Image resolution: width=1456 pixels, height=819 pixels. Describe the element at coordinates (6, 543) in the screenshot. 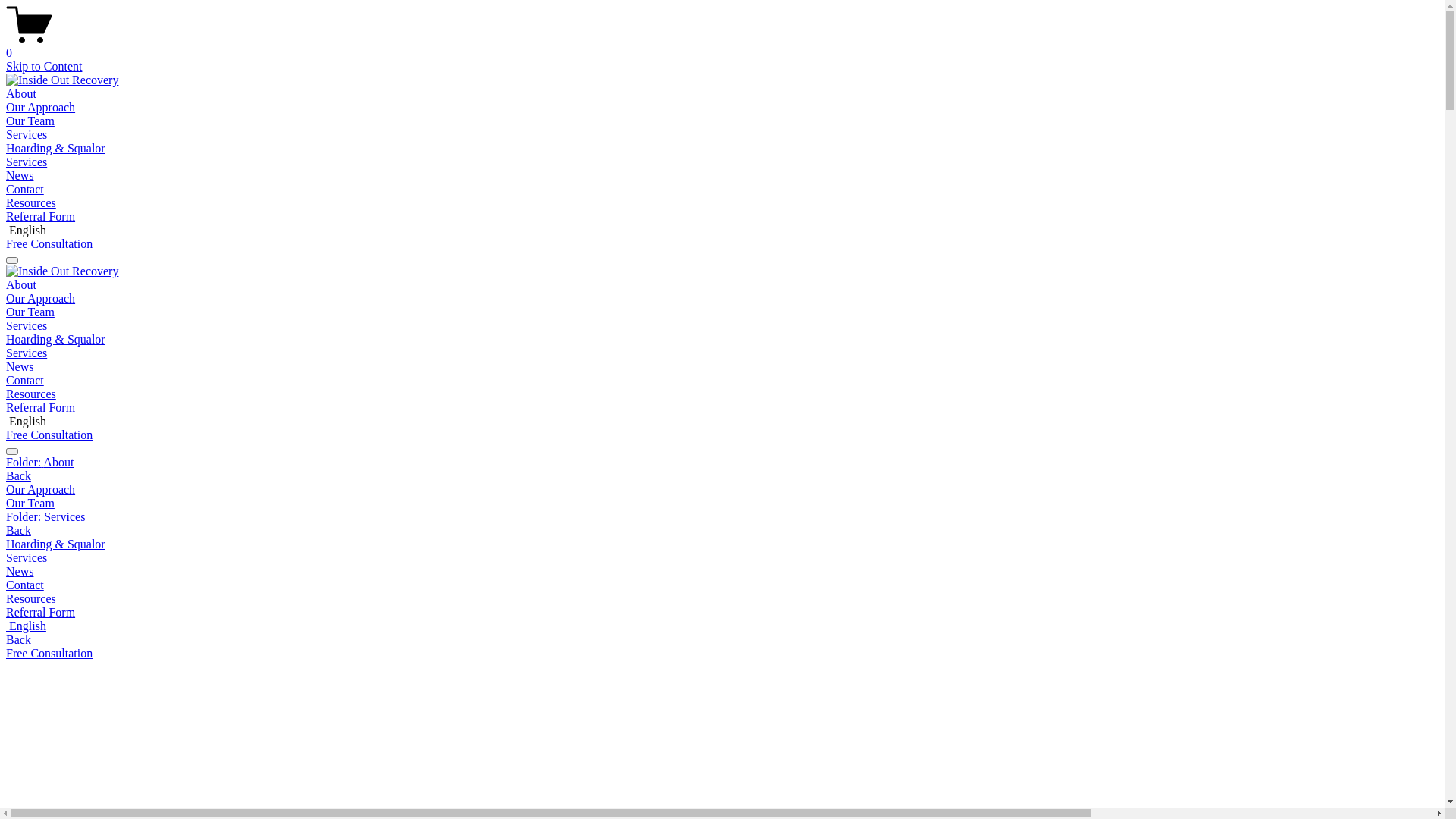

I see `'Hoarding & Squalor'` at that location.